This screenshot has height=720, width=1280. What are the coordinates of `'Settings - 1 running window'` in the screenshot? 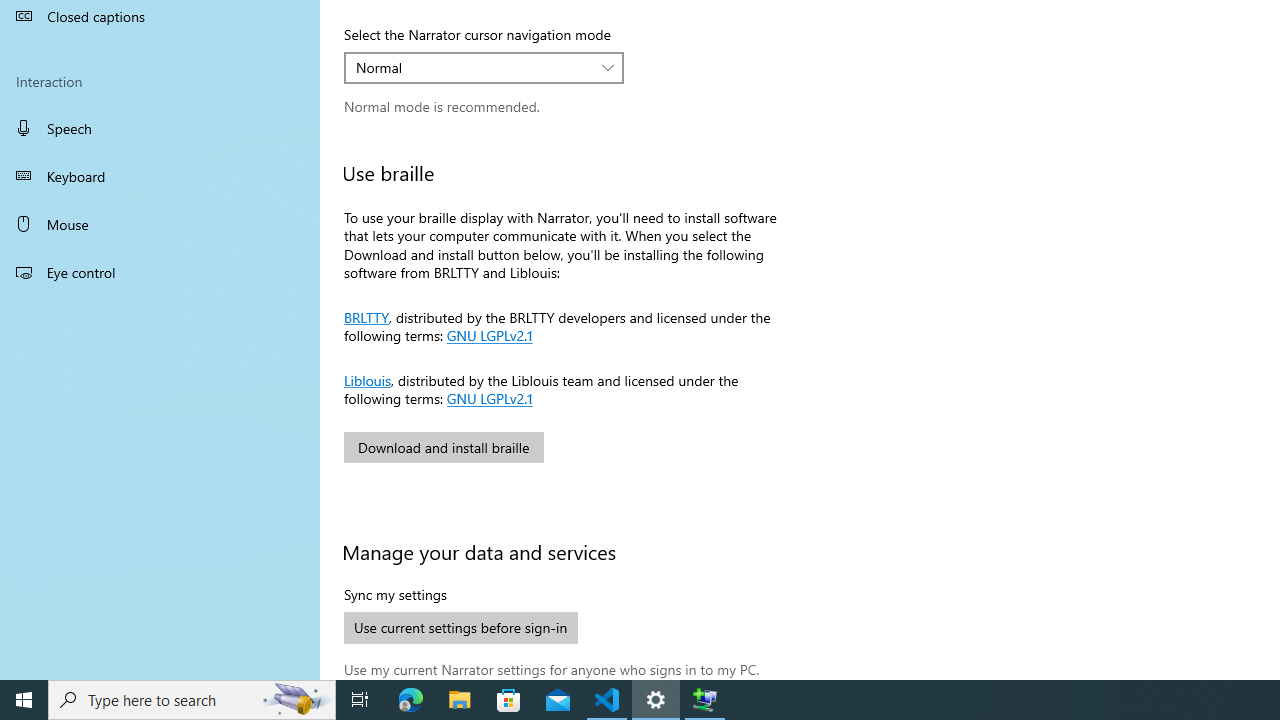 It's located at (656, 698).